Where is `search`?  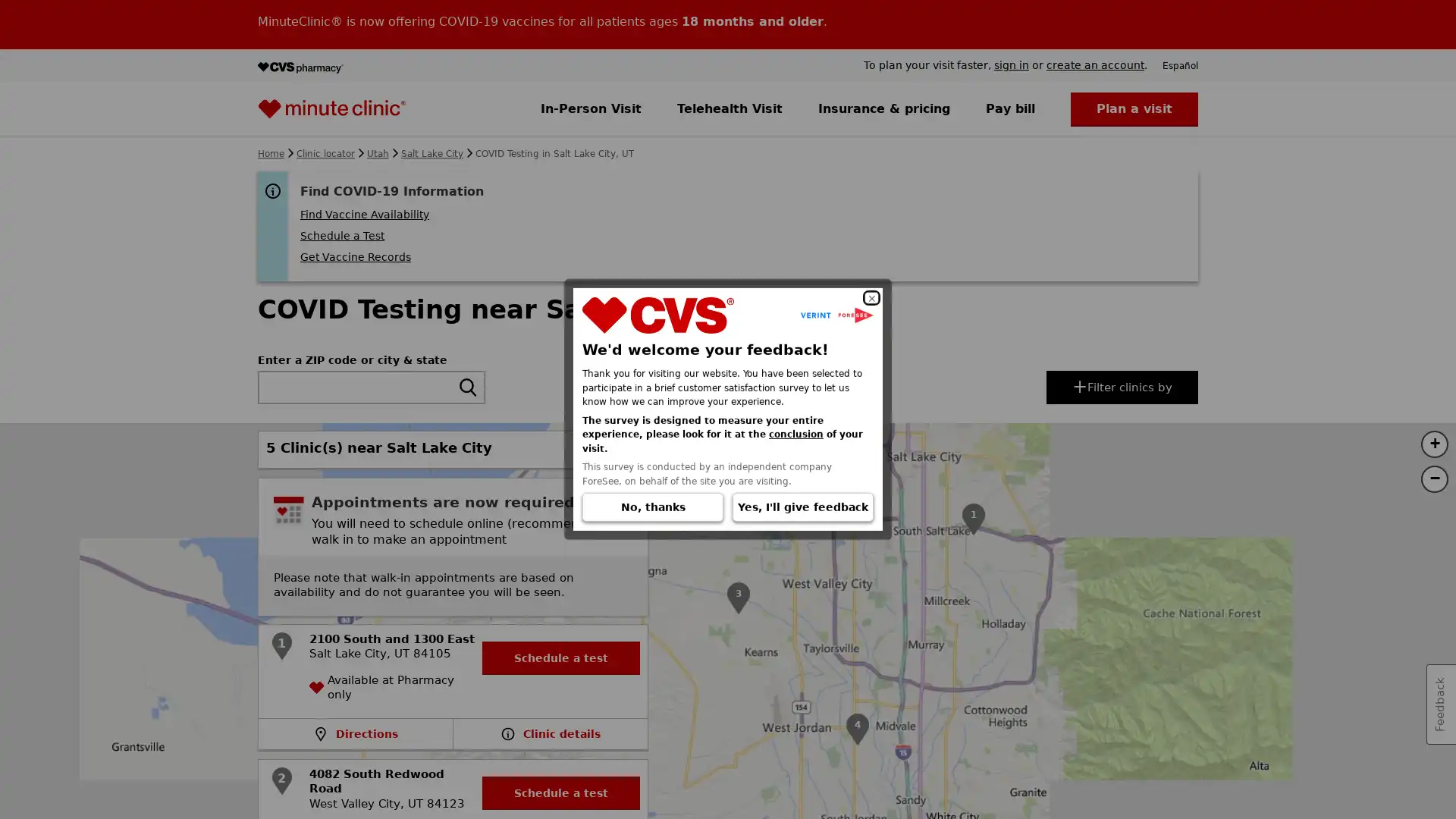 search is located at coordinates (468, 385).